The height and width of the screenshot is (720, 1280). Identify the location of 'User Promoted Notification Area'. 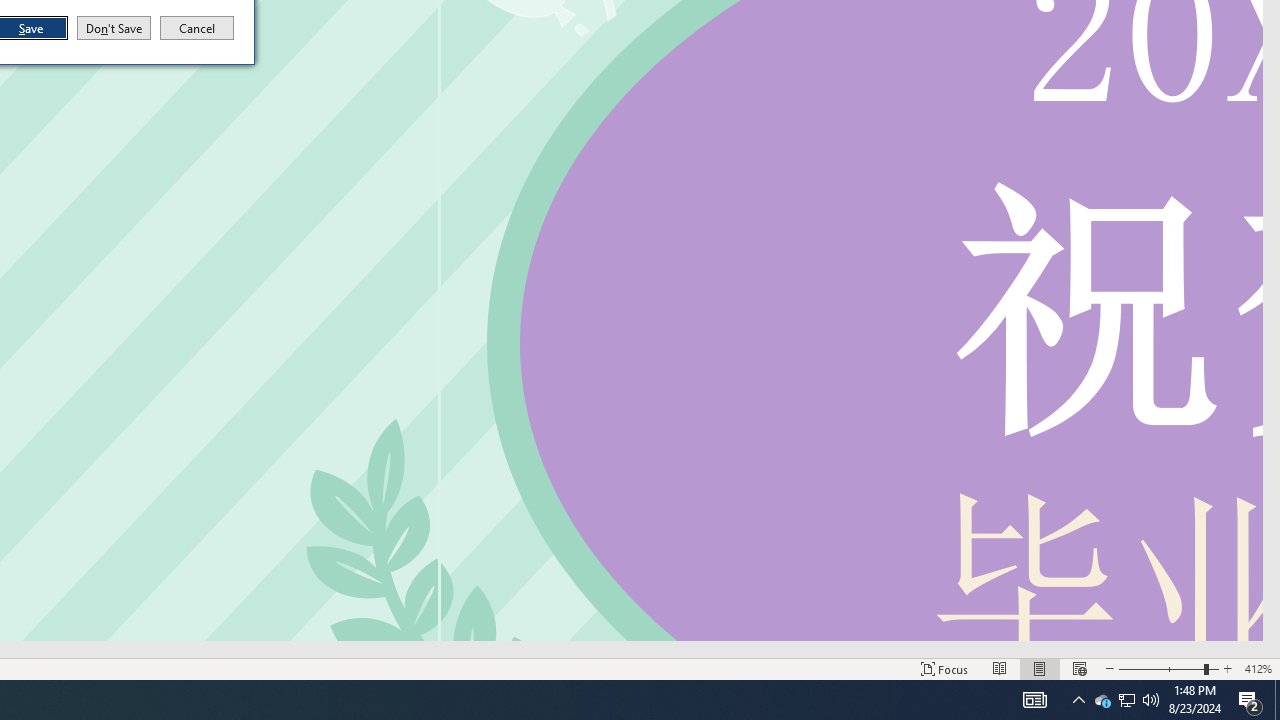
(1127, 698).